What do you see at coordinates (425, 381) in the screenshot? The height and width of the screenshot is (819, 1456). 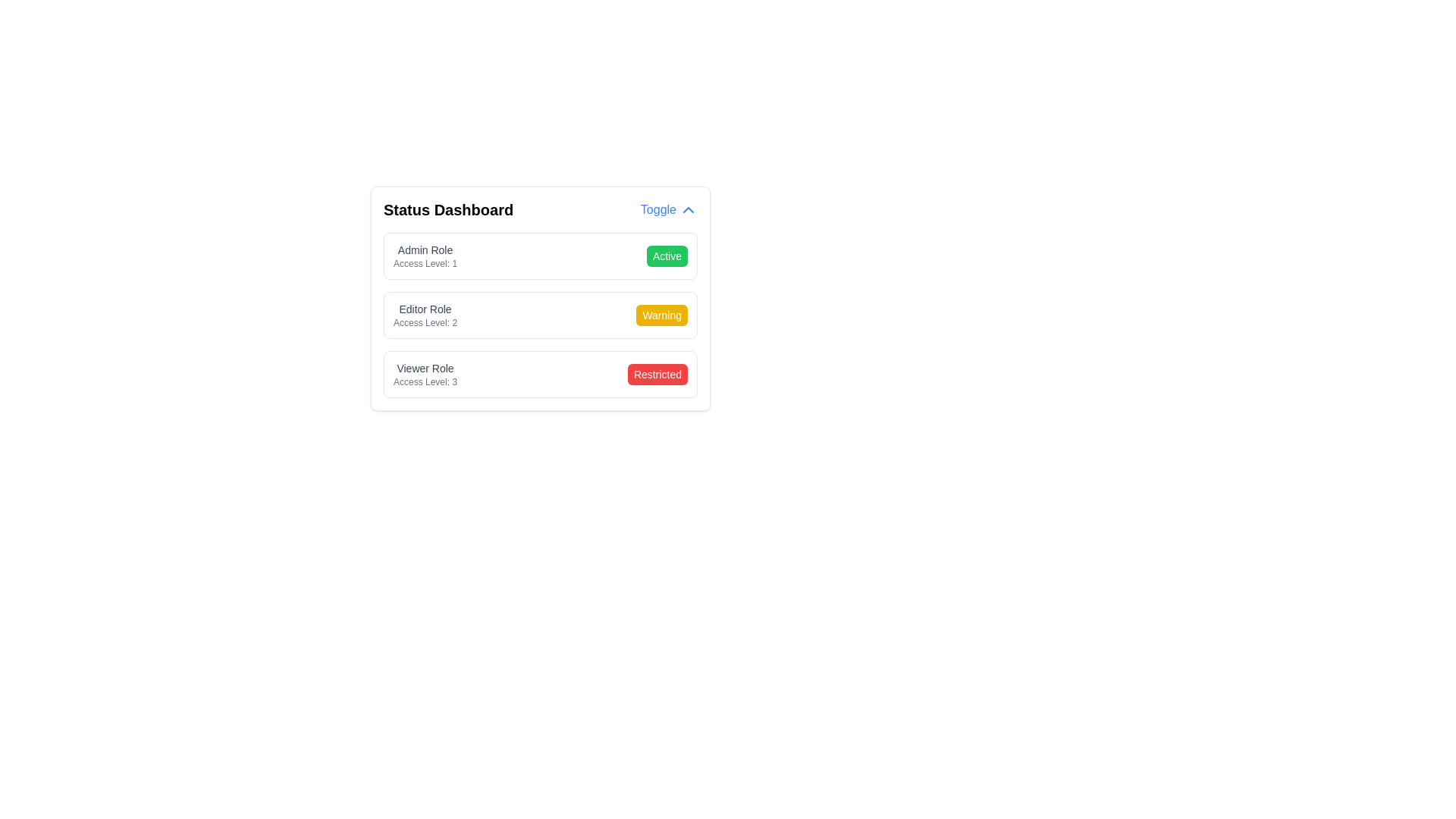 I see `the informational text label that indicates the access level associated with the 'Viewer Role', located directly below the 'Viewer Role' label` at bounding box center [425, 381].